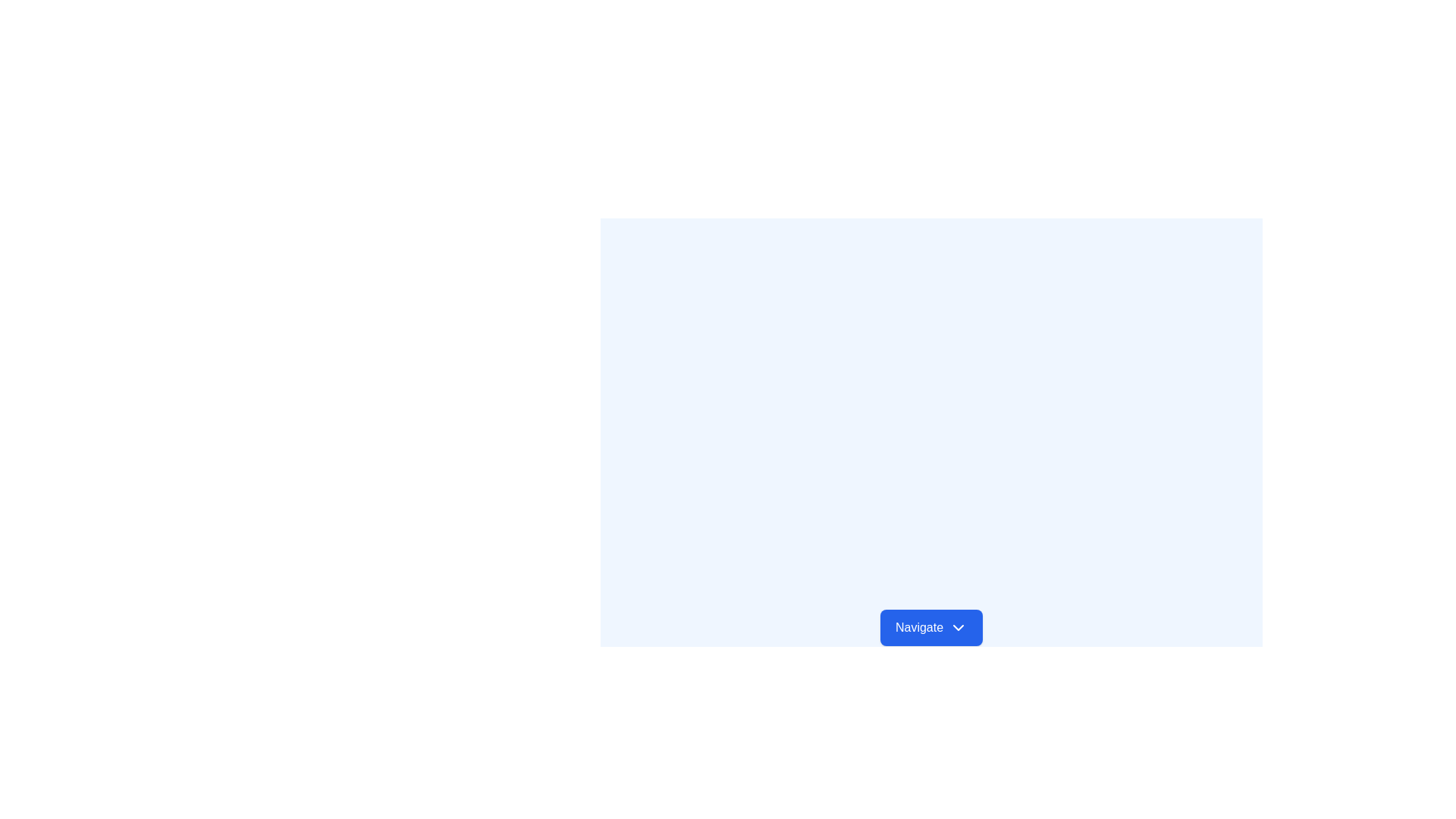 The image size is (1456, 819). Describe the element at coordinates (958, 628) in the screenshot. I see `the small downward-pointing chevron icon located to the right side of the text 'Navigate' within a blue rectangular button` at that location.